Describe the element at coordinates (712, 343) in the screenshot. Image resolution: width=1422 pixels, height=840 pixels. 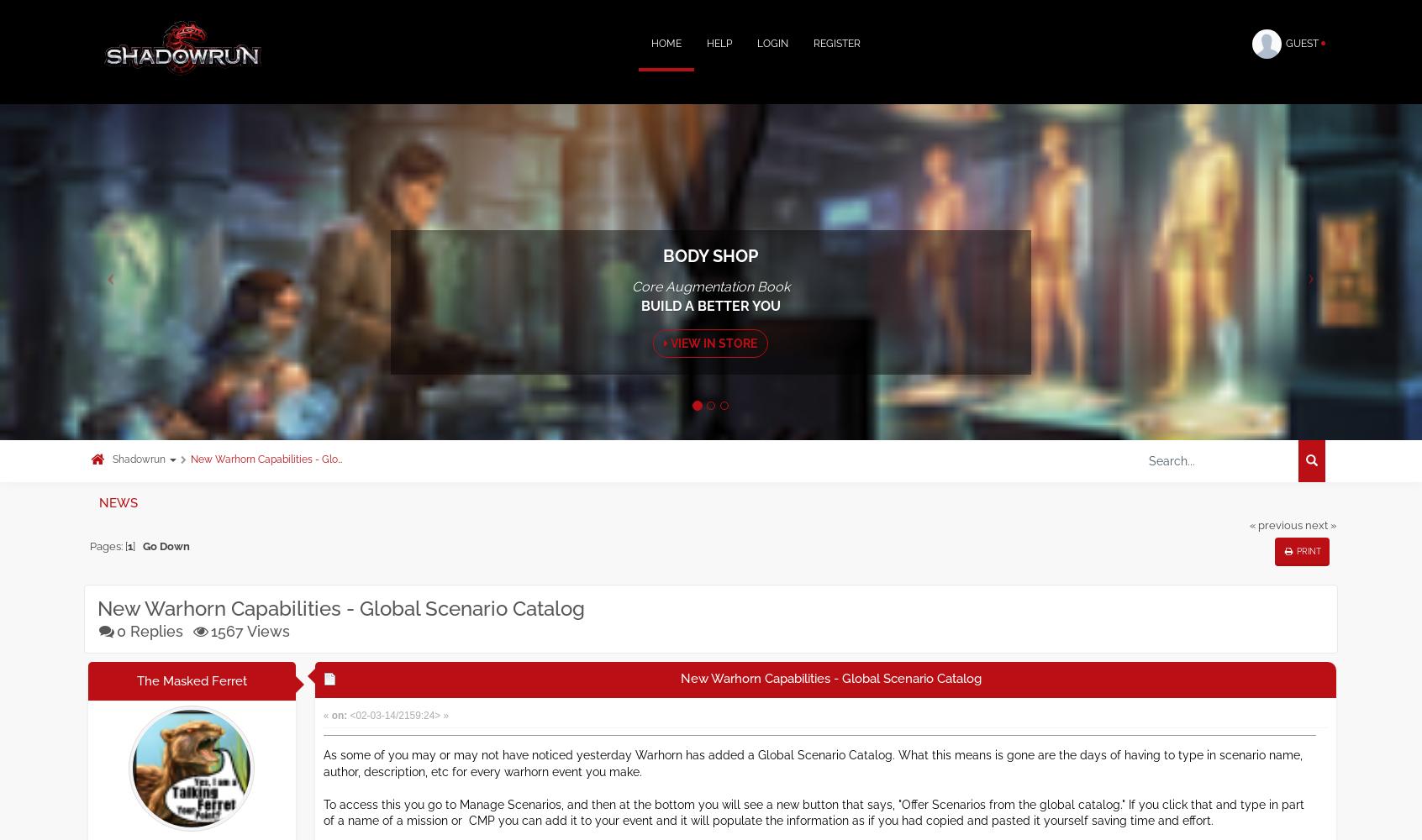
I see `'VIEW IN STORE'` at that location.